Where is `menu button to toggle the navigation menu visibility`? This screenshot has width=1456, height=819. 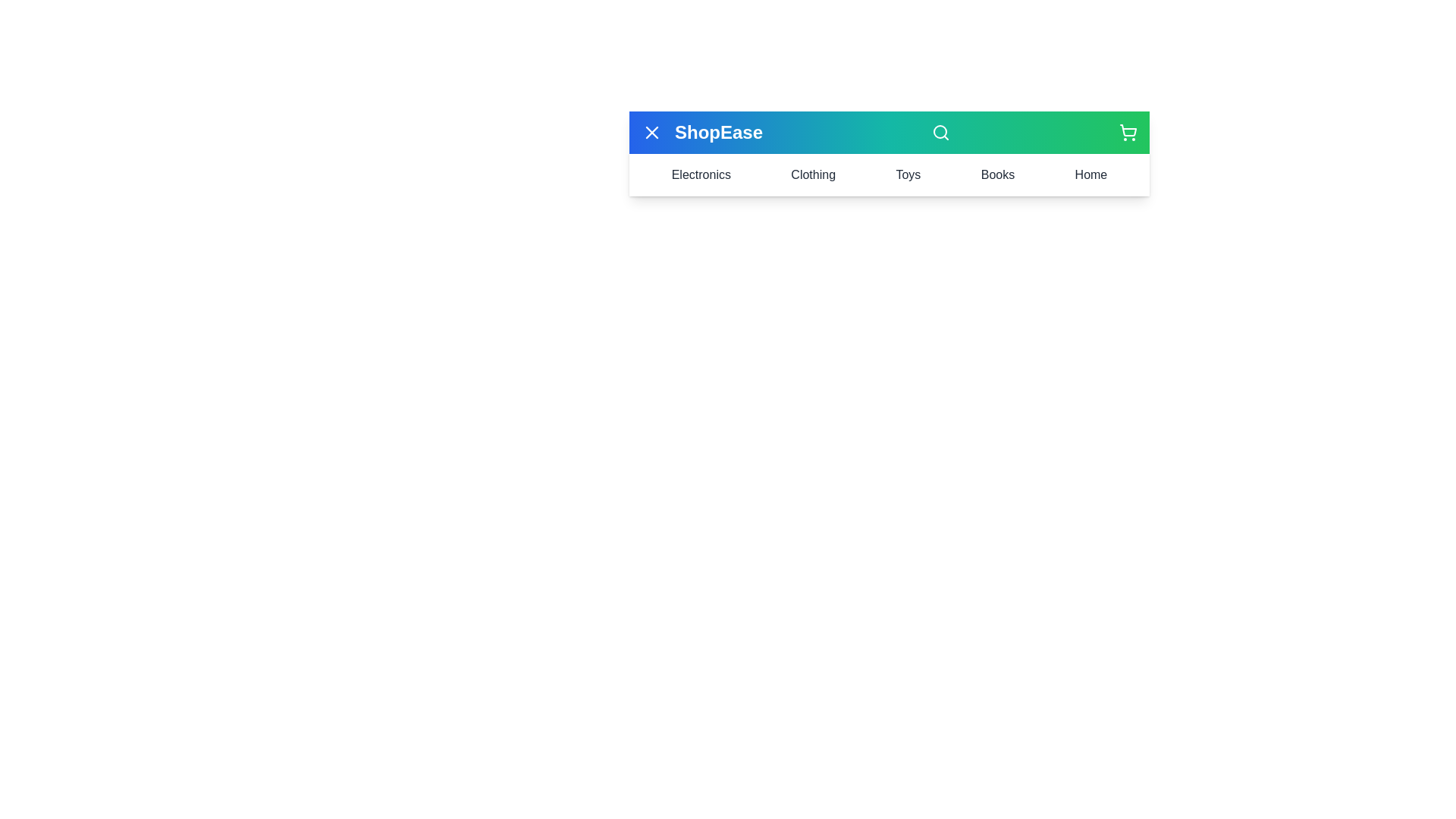 menu button to toggle the navigation menu visibility is located at coordinates (651, 131).